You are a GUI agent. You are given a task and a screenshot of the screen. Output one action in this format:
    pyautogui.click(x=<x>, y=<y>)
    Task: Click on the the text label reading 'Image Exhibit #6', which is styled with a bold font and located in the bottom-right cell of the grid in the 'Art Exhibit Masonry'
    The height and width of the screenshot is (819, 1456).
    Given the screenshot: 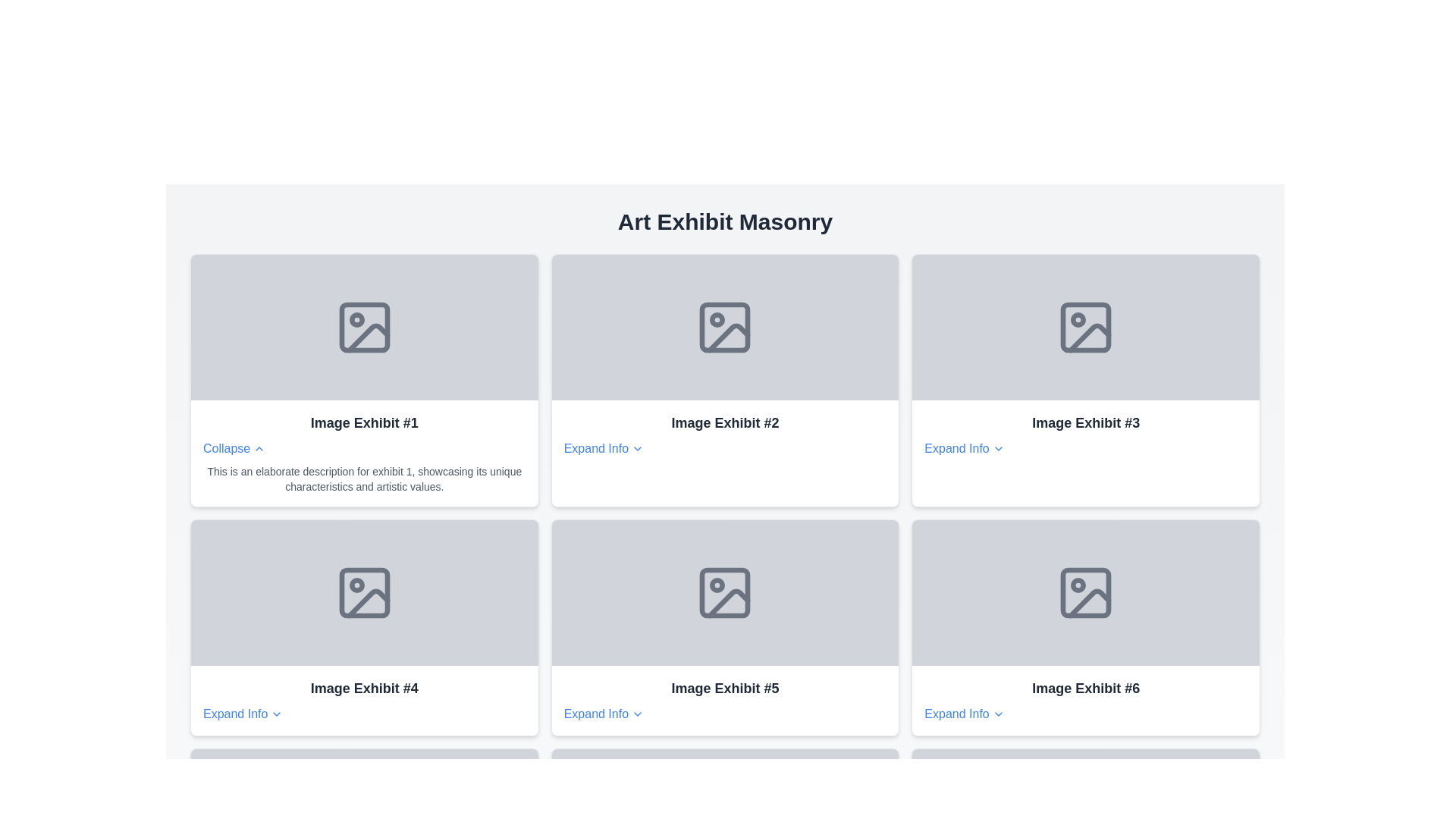 What is the action you would take?
    pyautogui.click(x=1085, y=688)
    